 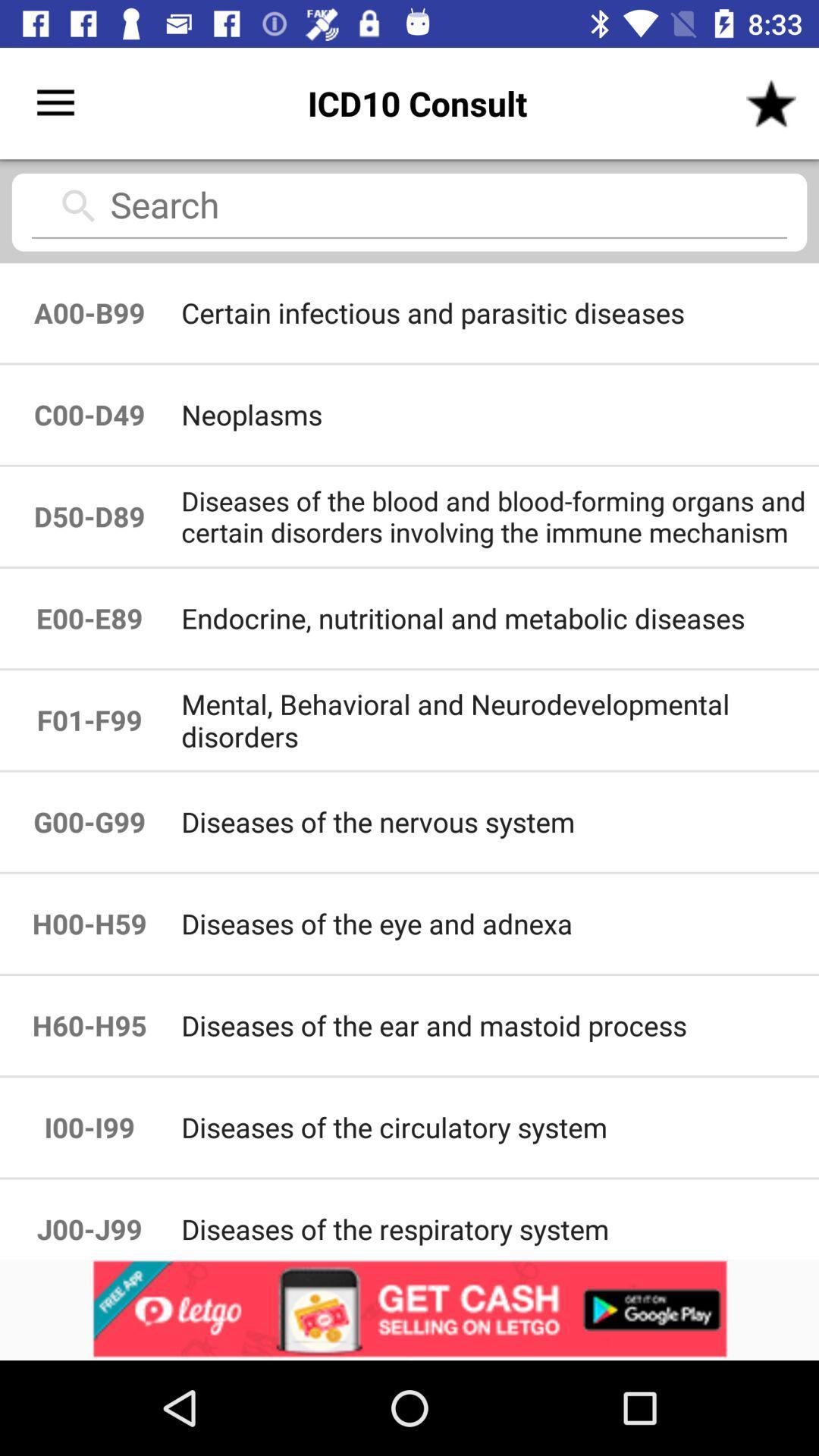 What do you see at coordinates (89, 618) in the screenshot?
I see `item above the f01-f99 item` at bounding box center [89, 618].